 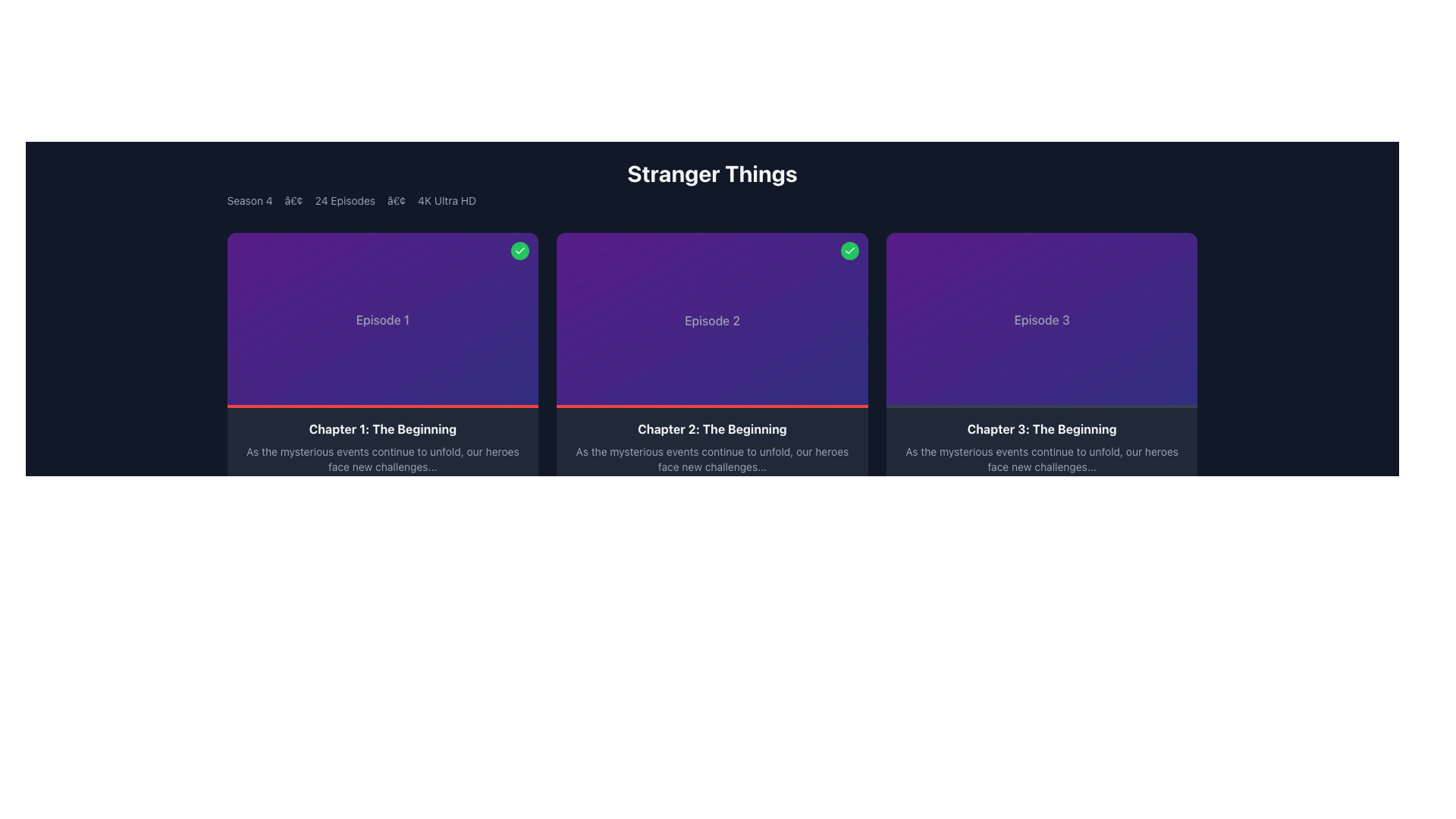 What do you see at coordinates (711, 429) in the screenshot?
I see `the text label reading 'Chapter 2: The Beginning', which is styled in bold white font and positioned beneath the purple card header labeled 'Episode 2'` at bounding box center [711, 429].